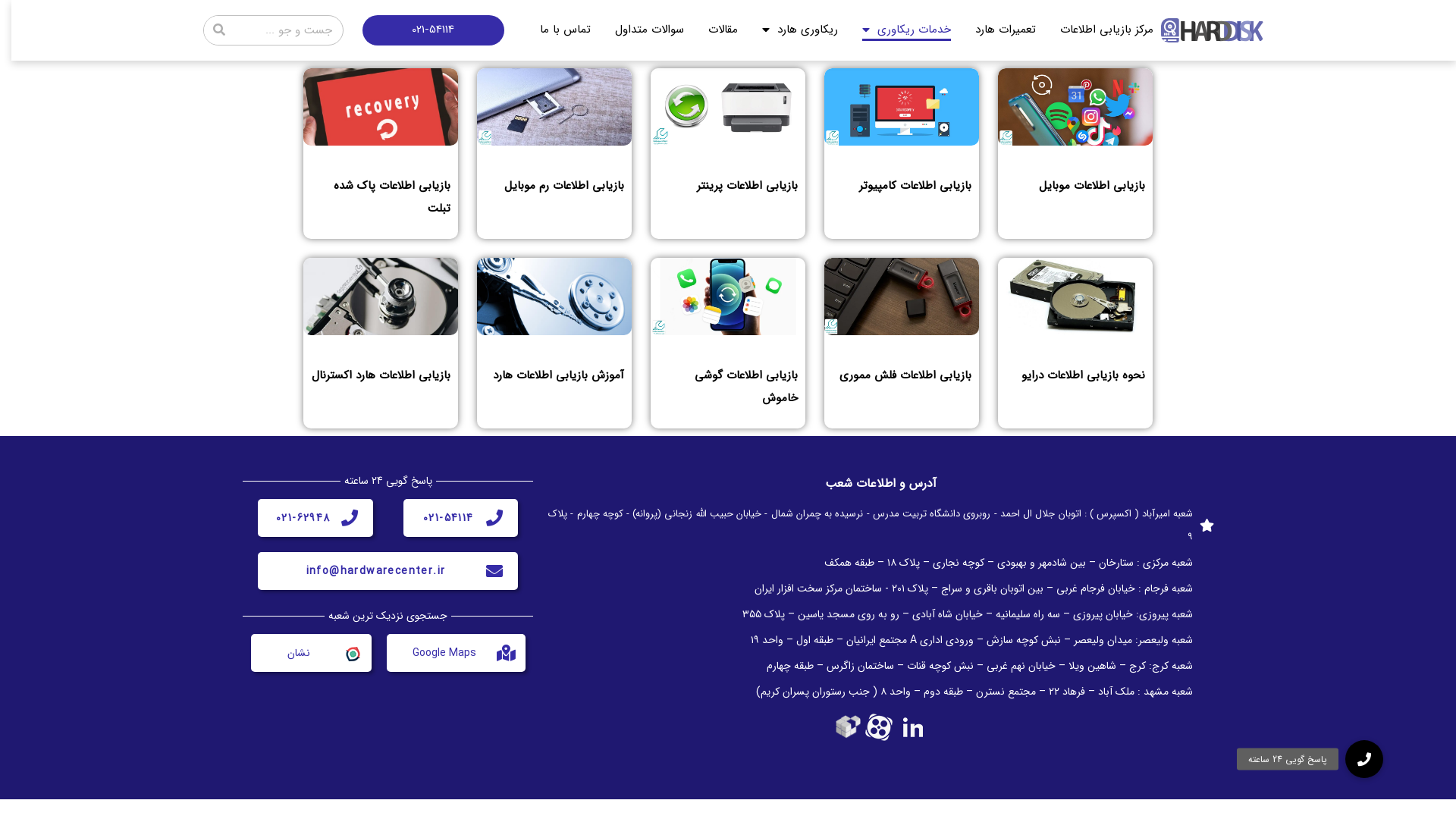  I want to click on 'Search', so click(218, 30).